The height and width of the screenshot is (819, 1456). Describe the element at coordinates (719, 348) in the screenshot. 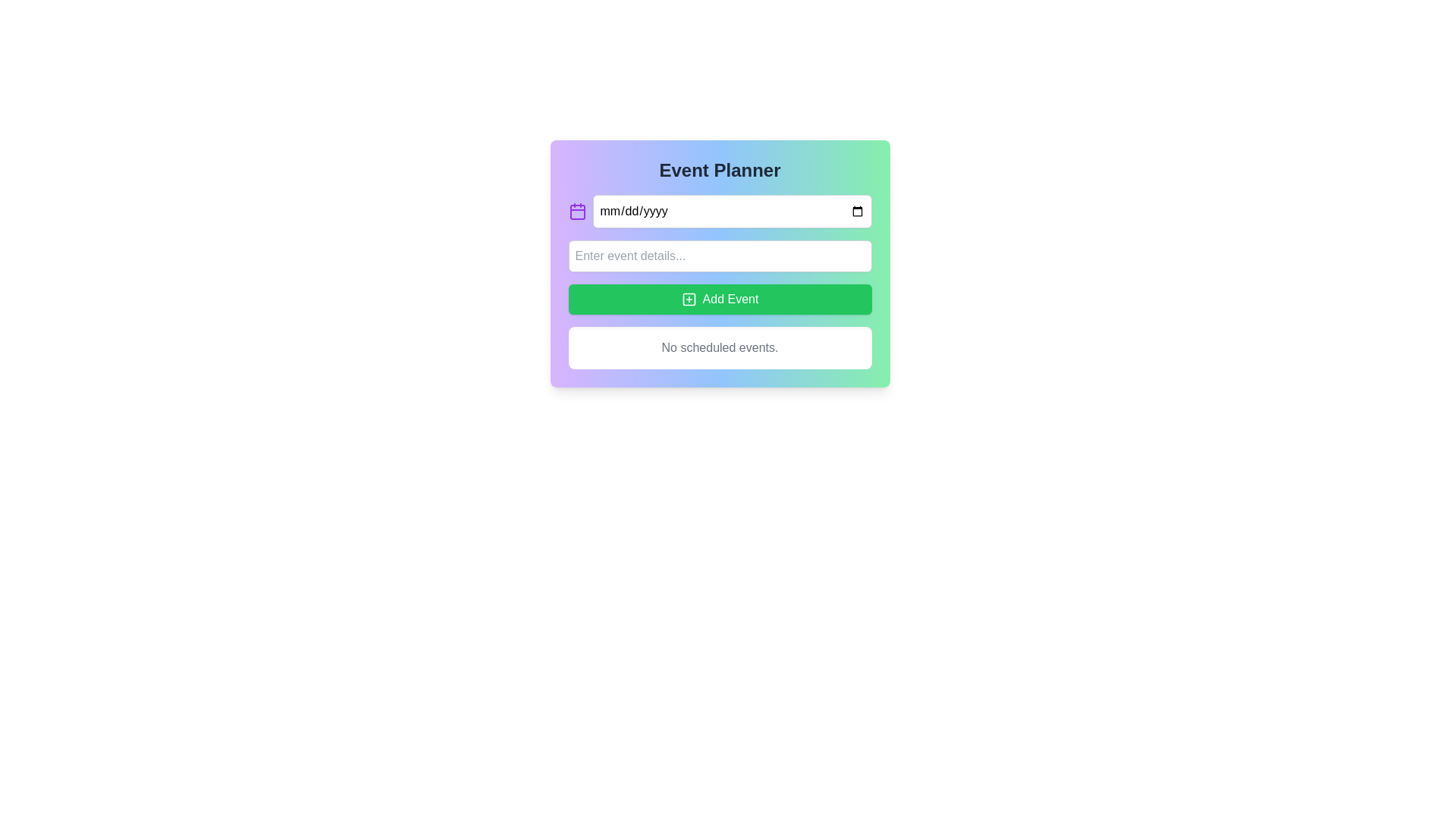

I see `the Text Display element that indicates the absence of scheduled events, located at the bottom center of the interface under the green 'Add Event' button` at that location.